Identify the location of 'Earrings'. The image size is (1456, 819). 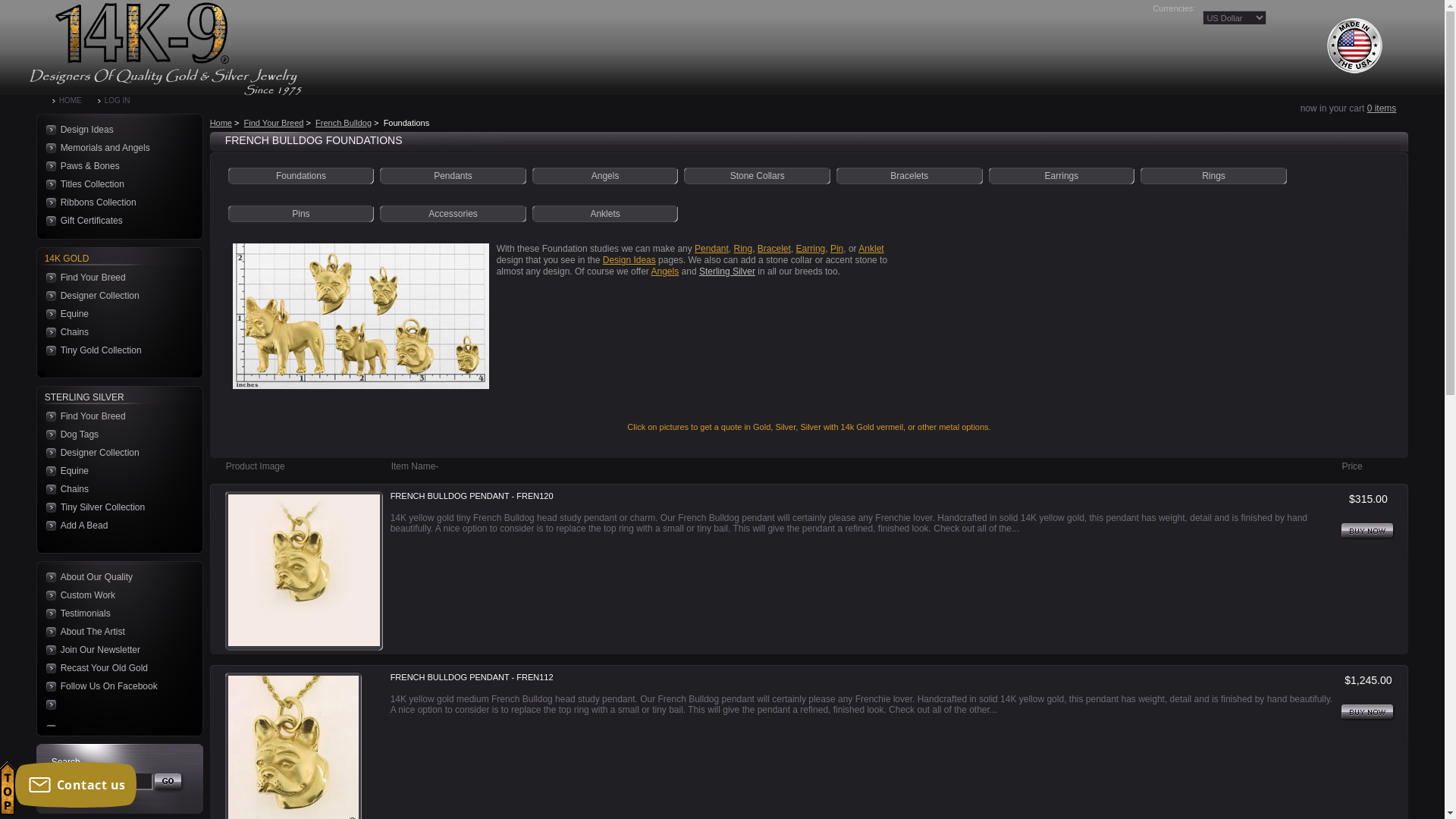
(1043, 174).